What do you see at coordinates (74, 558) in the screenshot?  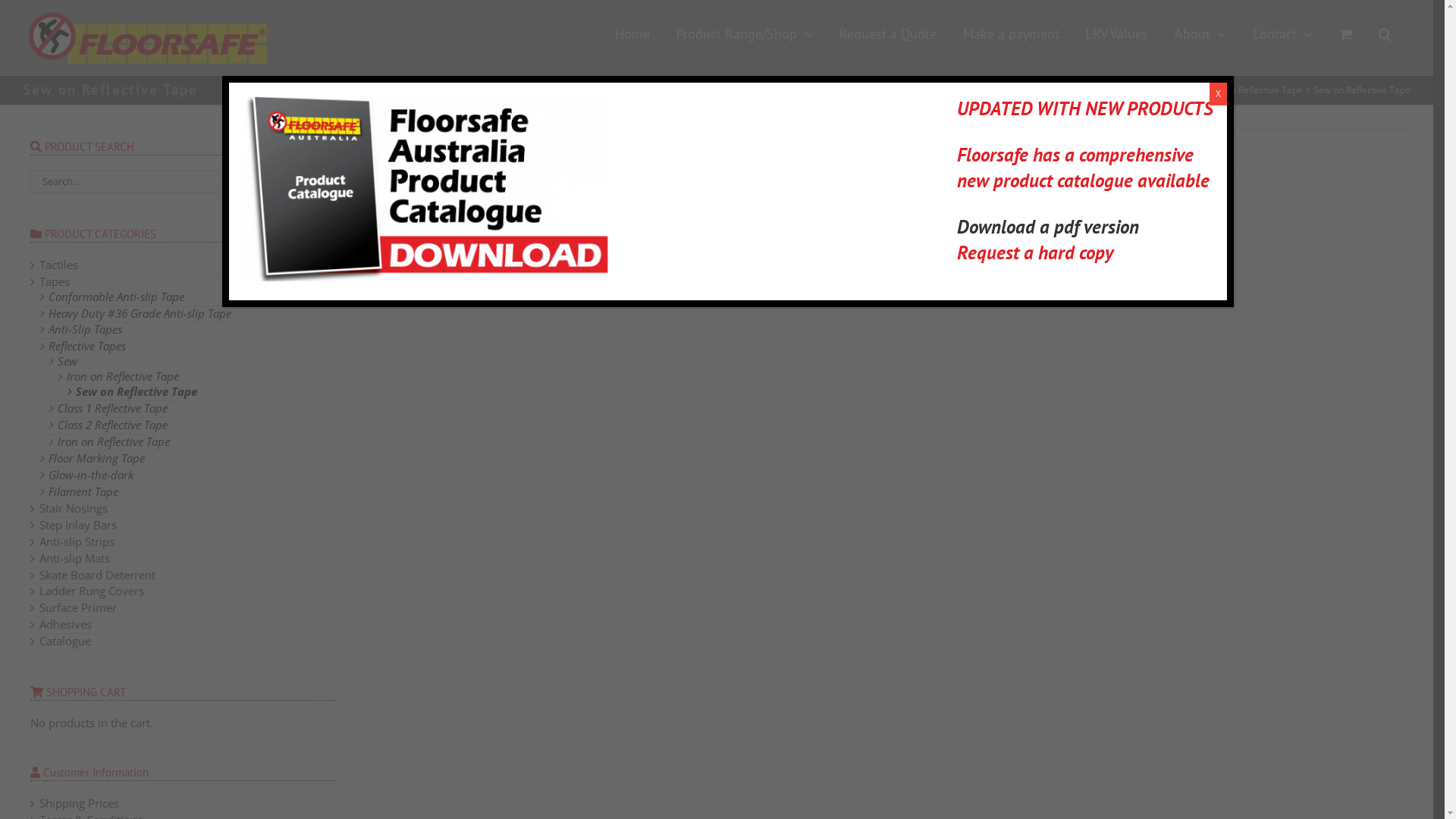 I see `'Anti-slip Mats'` at bounding box center [74, 558].